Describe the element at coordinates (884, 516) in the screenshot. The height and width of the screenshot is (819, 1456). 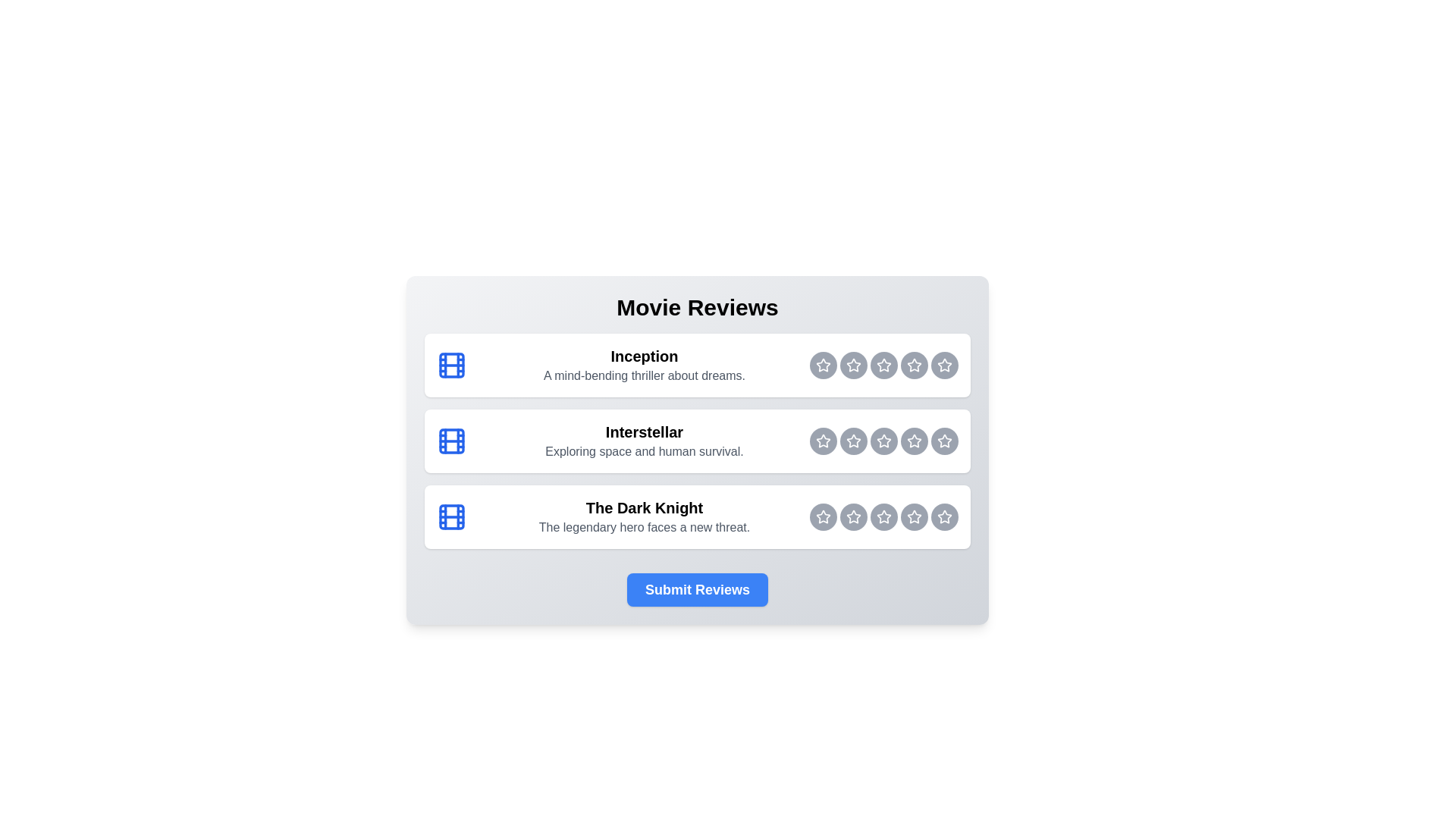
I see `the rating button for The Dark Knight at 3 stars` at that location.